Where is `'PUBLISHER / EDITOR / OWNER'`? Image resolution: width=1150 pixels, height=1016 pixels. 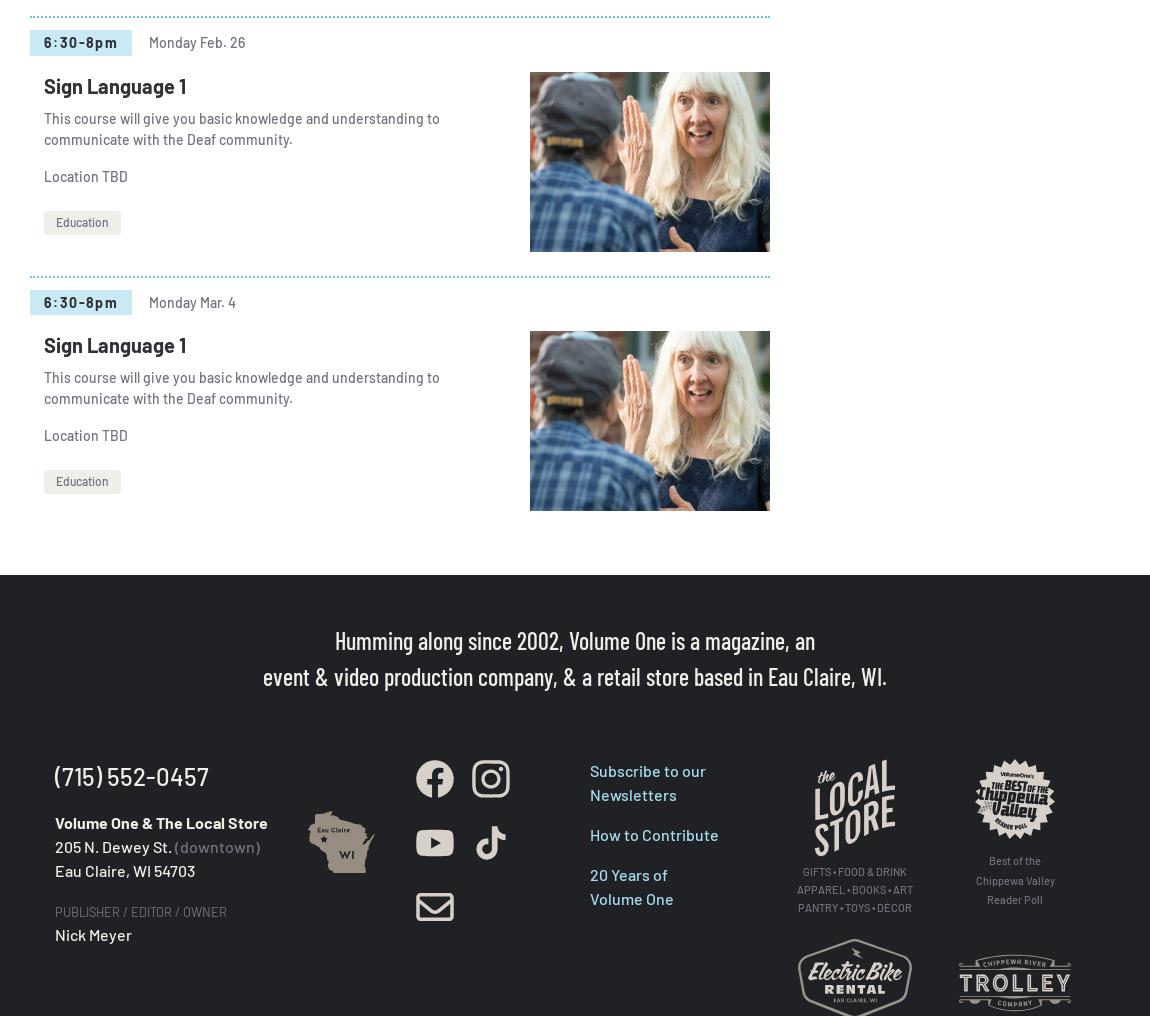 'PUBLISHER / EDITOR / OWNER' is located at coordinates (53, 910).